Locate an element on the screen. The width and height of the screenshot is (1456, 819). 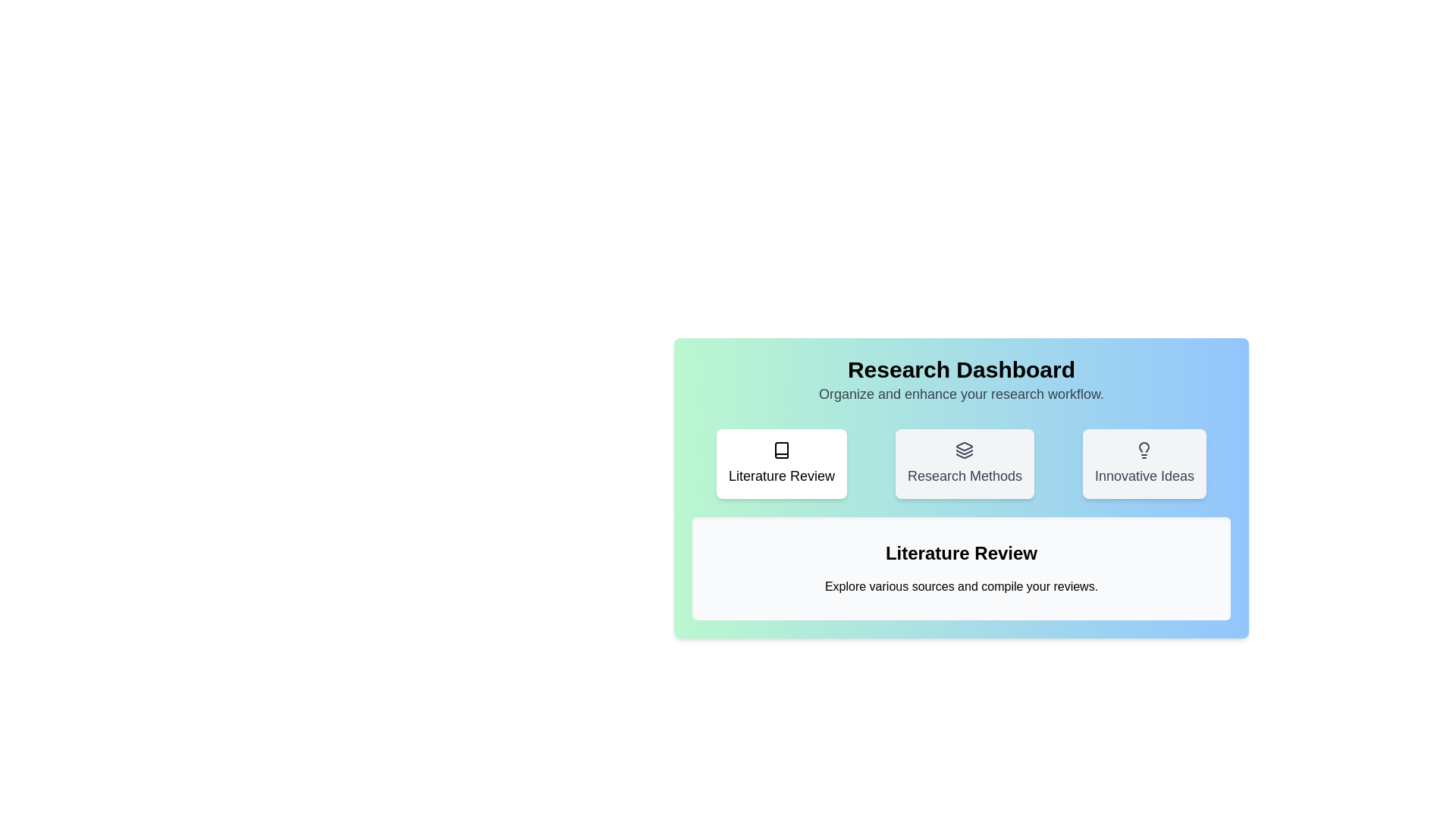
the icon for the section Innovative Ideas to observe it is located at coordinates (1144, 463).